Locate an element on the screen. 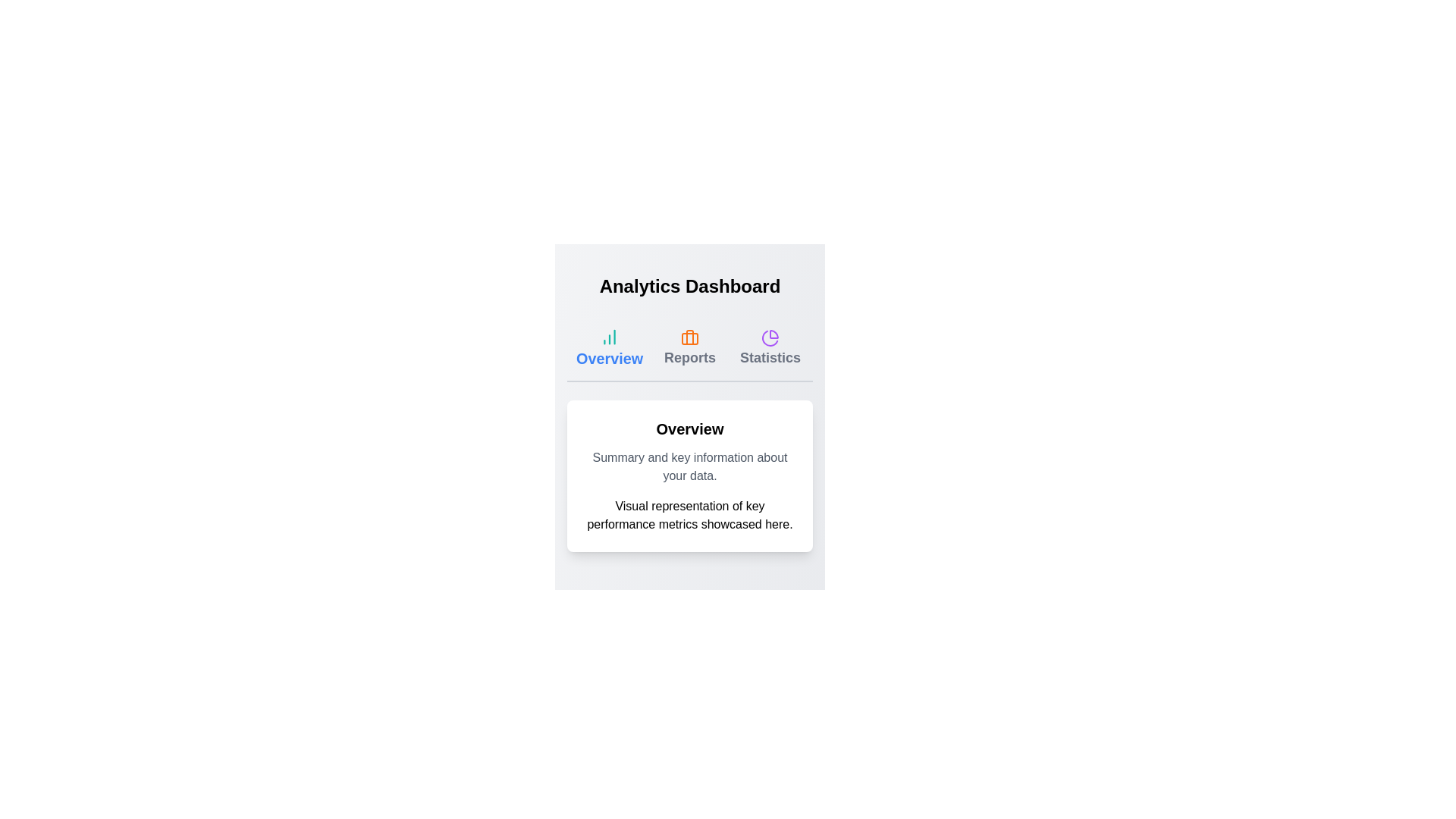 The width and height of the screenshot is (1456, 819). the Reports tab is located at coordinates (689, 348).